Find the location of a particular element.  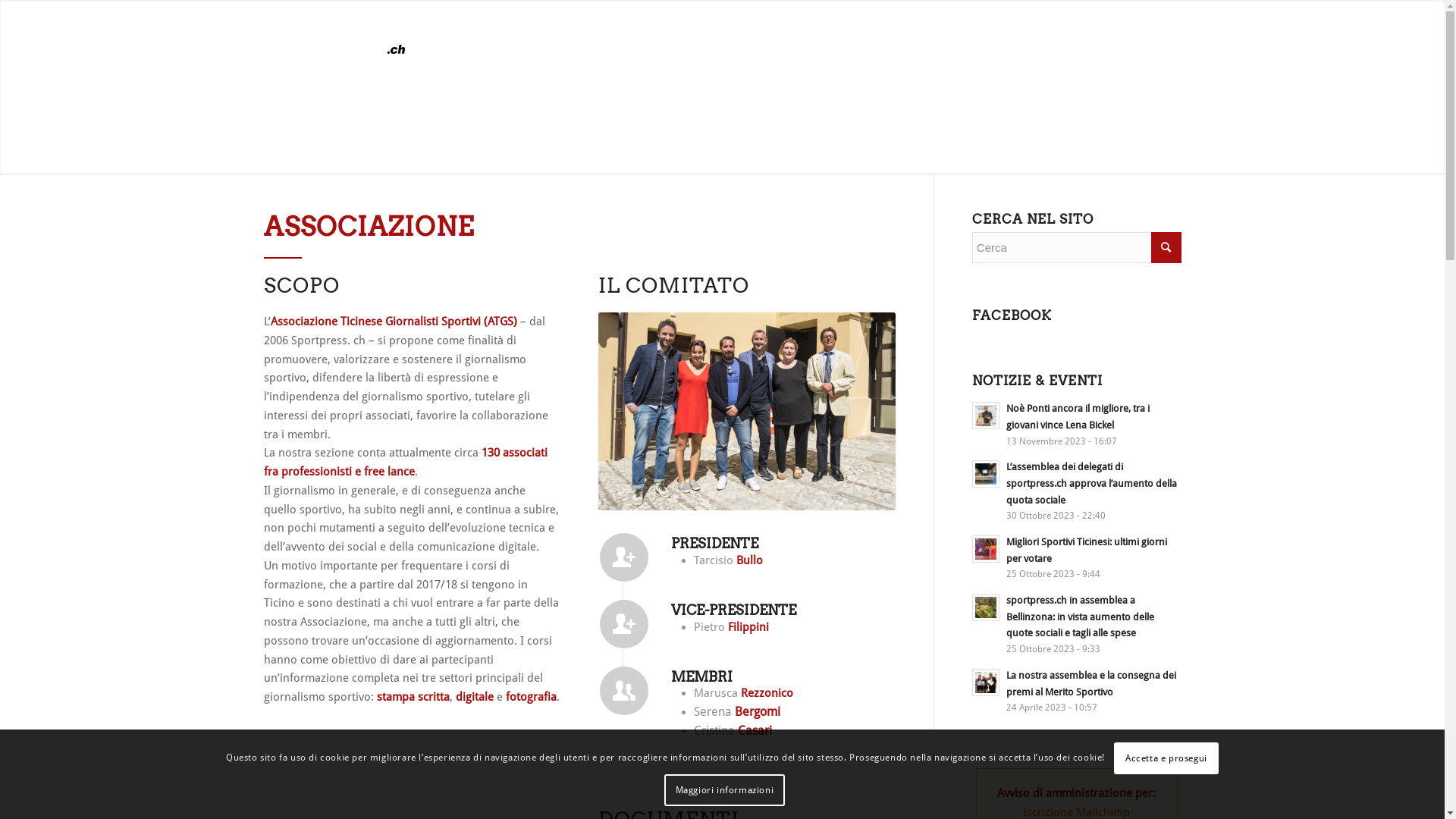

'Accetta e prosegui' is located at coordinates (1165, 758).